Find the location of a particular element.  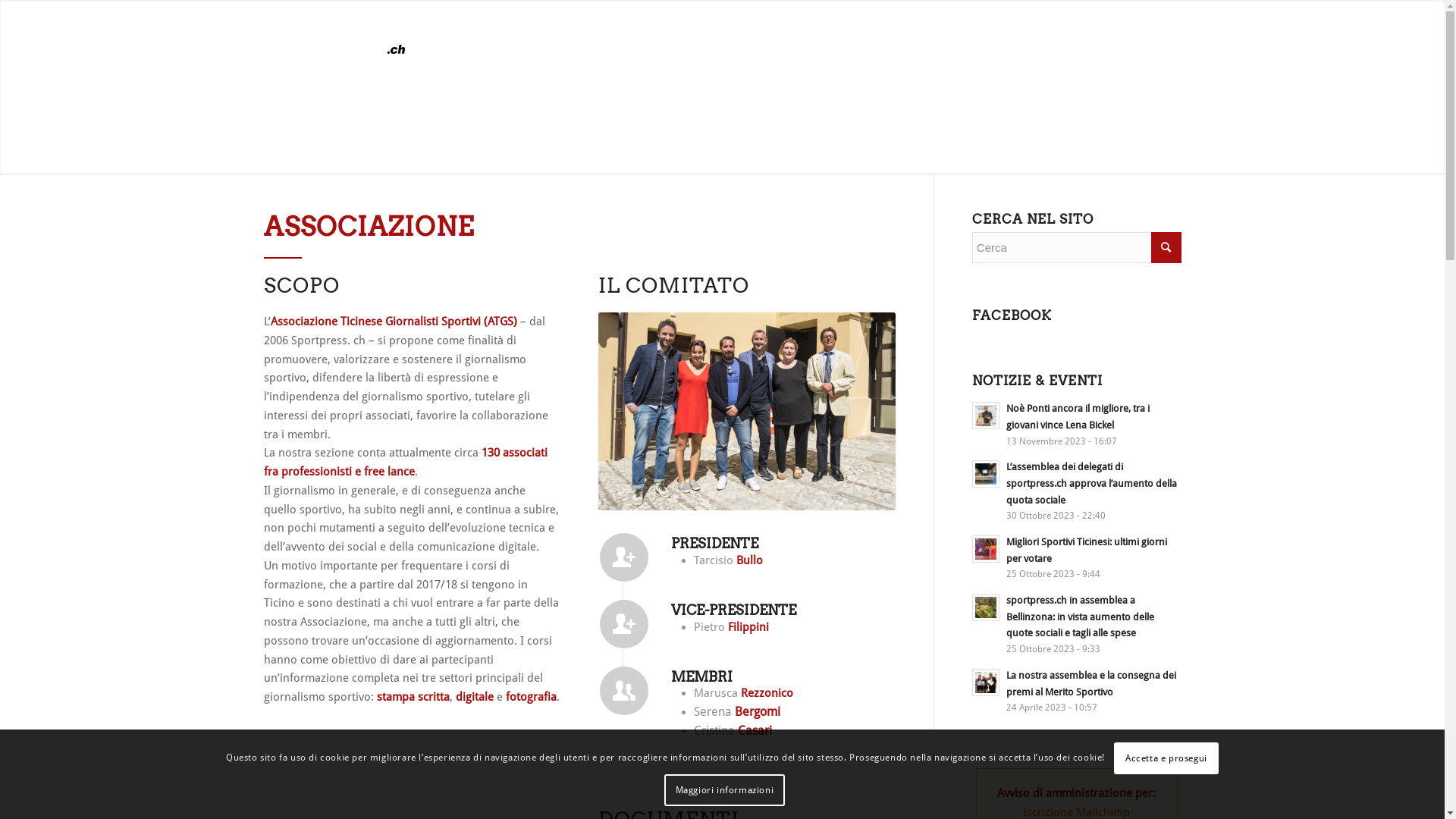

'Accetta e prosegui' is located at coordinates (1165, 758).